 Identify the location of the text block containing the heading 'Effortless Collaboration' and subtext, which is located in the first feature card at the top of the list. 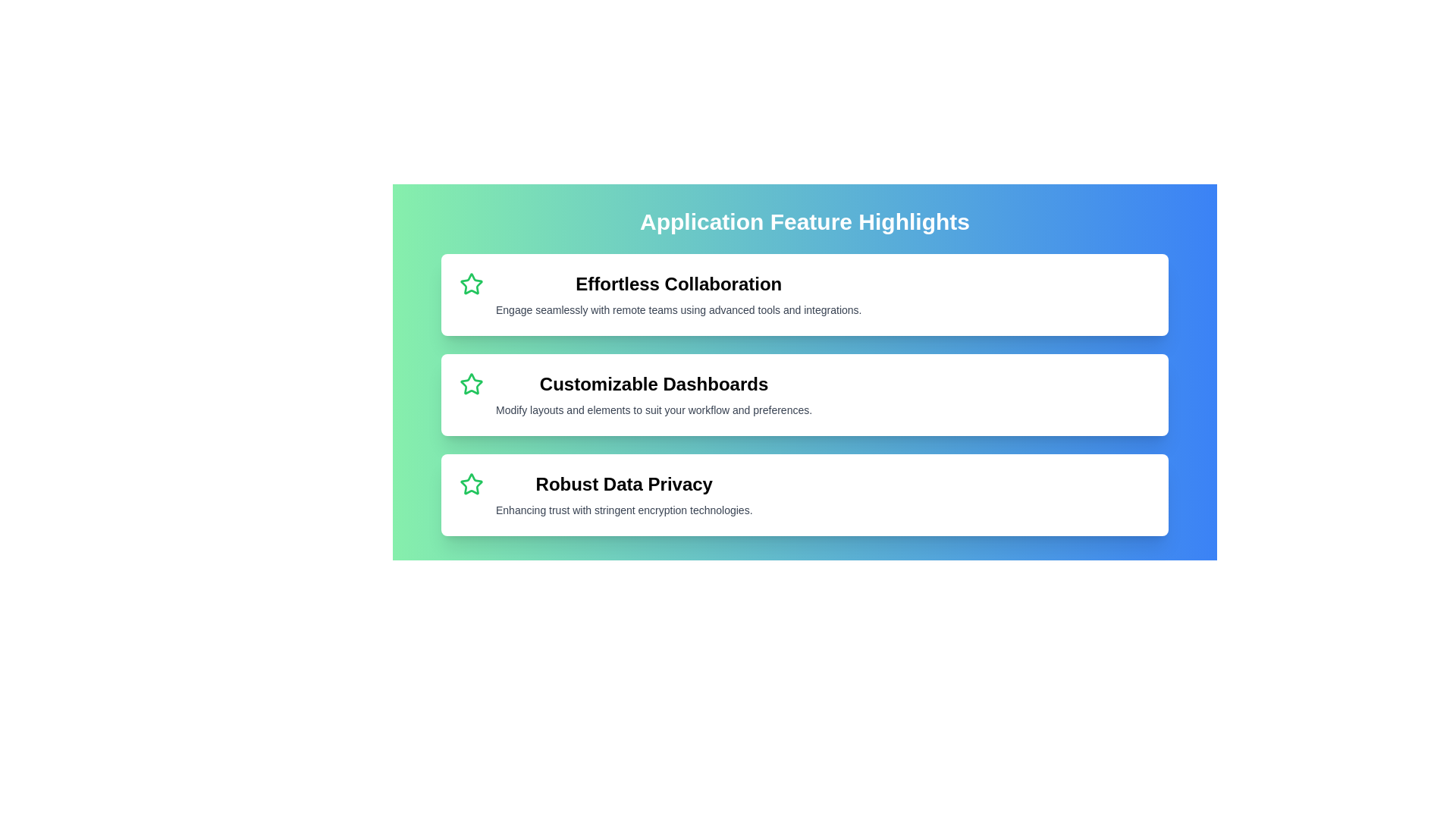
(678, 295).